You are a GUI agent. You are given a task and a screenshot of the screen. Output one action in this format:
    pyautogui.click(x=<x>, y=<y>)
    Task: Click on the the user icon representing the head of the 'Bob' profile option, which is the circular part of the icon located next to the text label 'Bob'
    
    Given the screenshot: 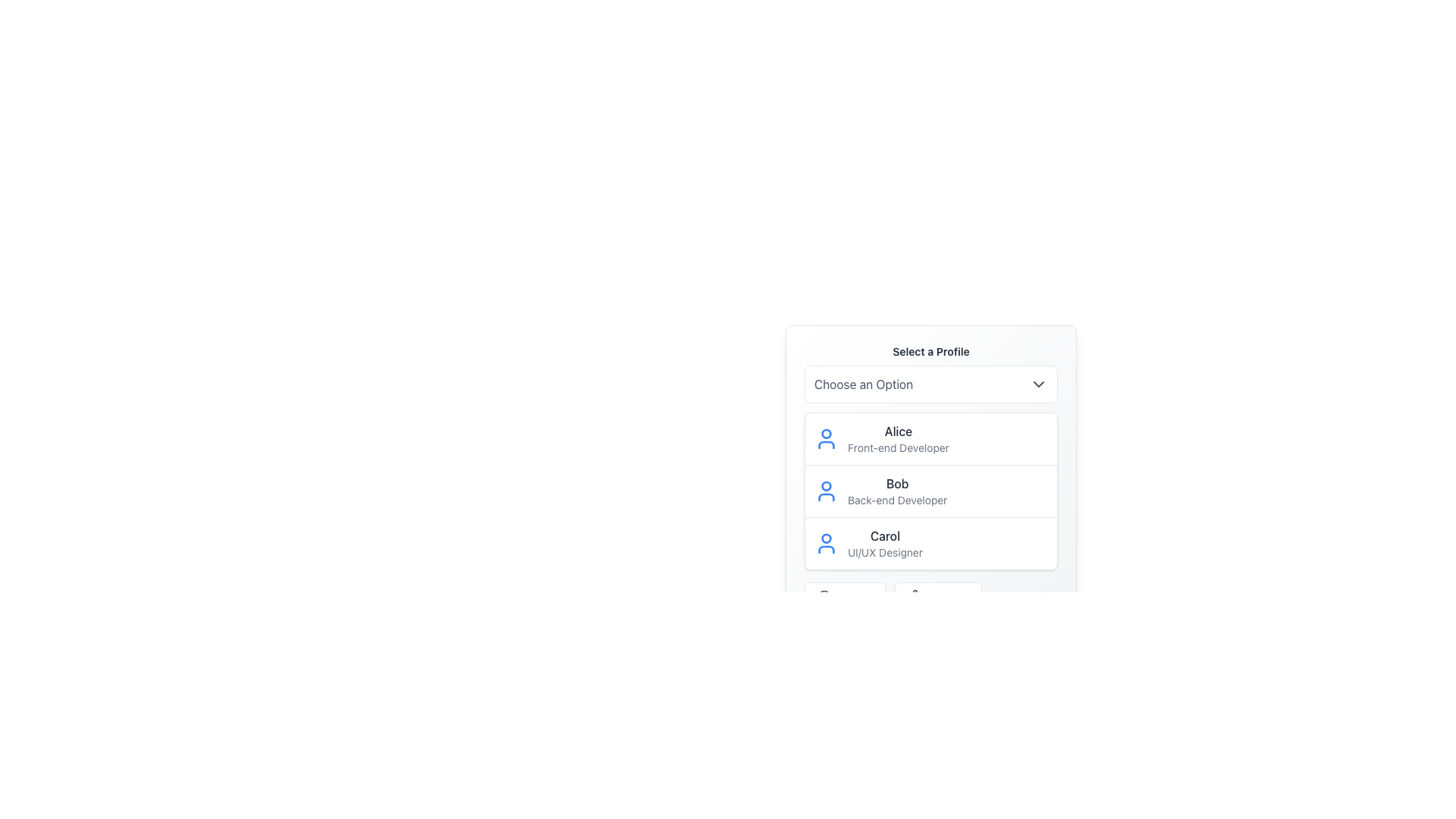 What is the action you would take?
    pyautogui.click(x=825, y=485)
    